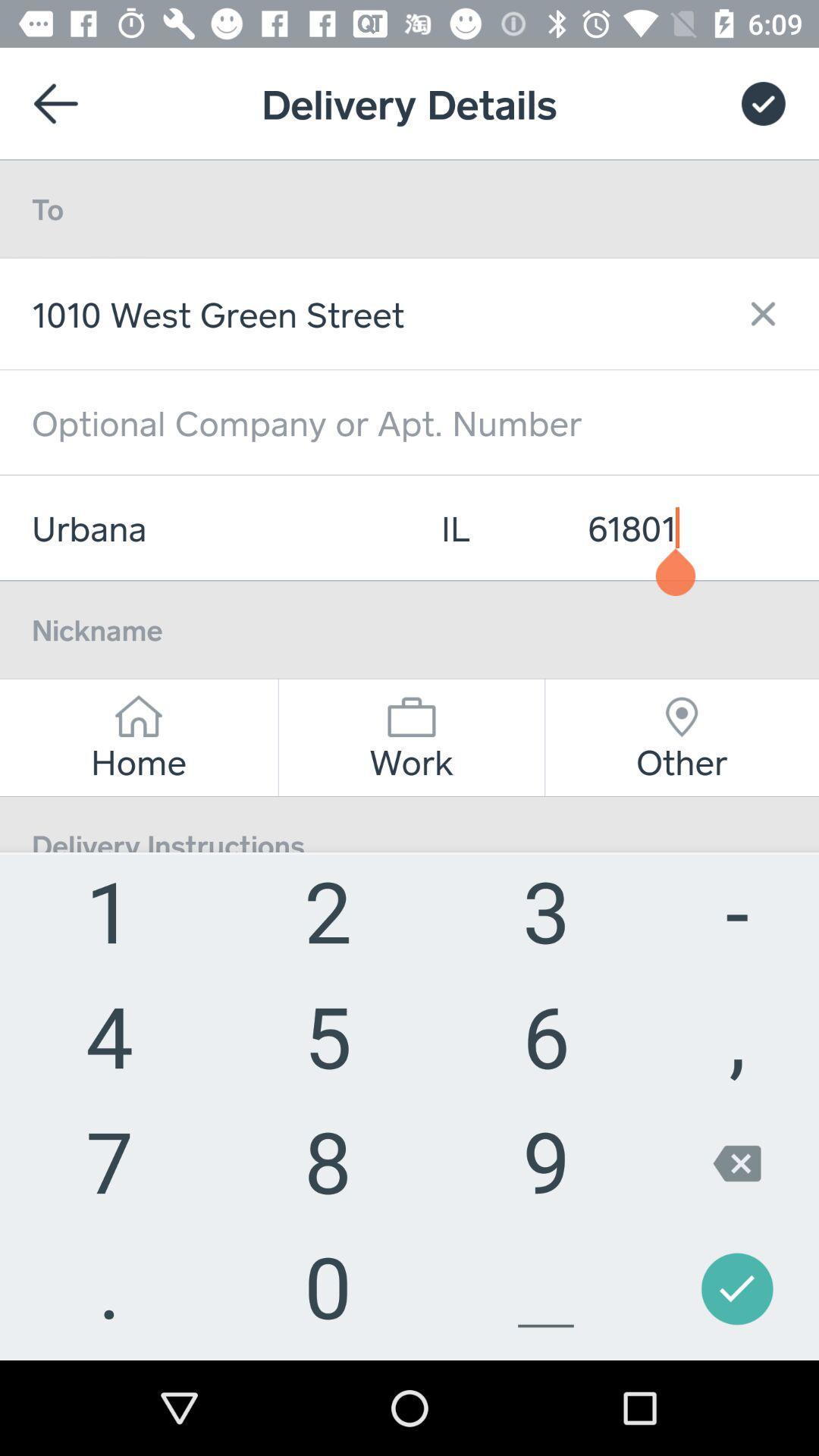 The image size is (819, 1456). I want to click on the close icon, so click(755, 312).